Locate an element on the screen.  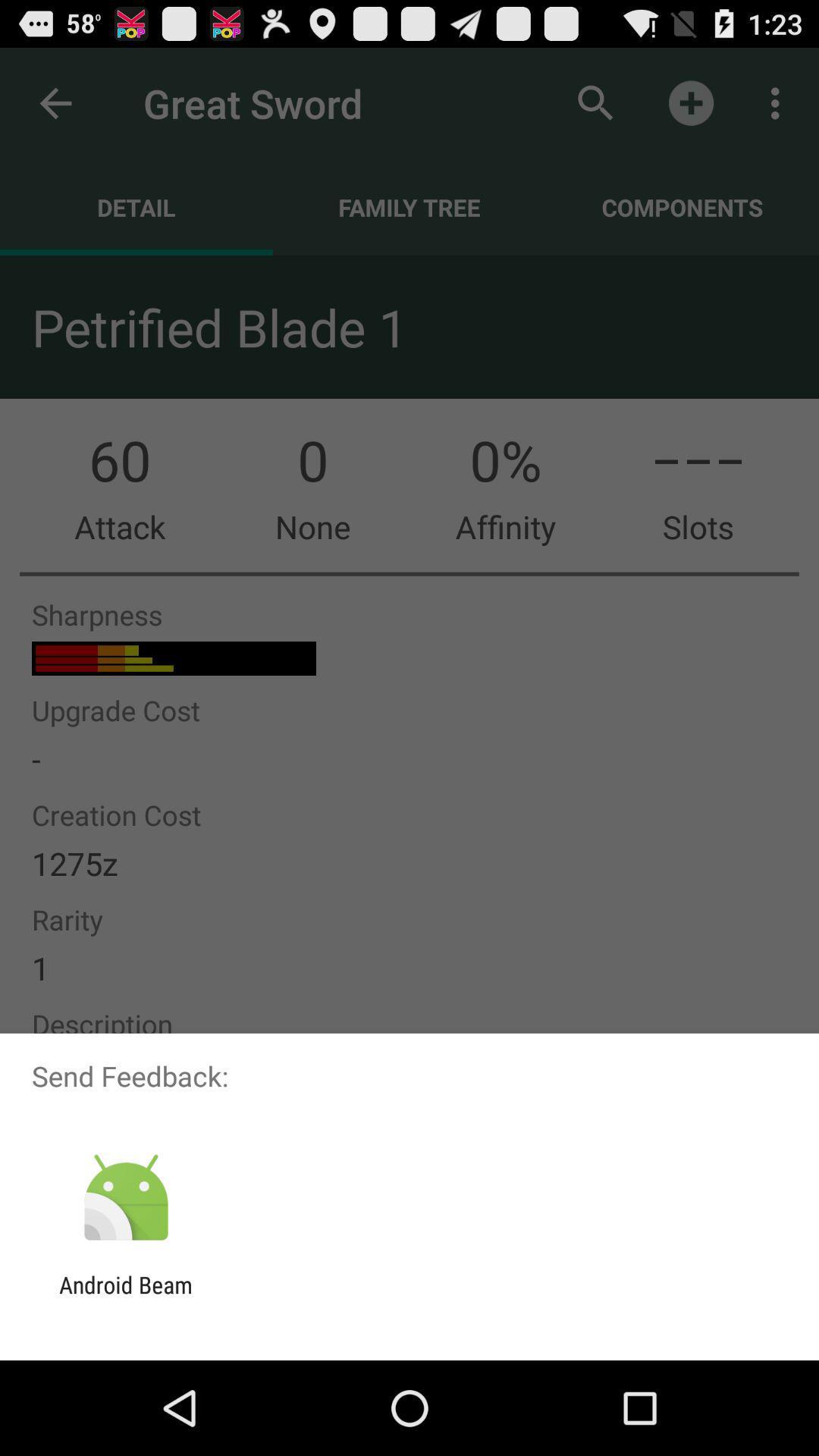
app above android beam item is located at coordinates (125, 1197).